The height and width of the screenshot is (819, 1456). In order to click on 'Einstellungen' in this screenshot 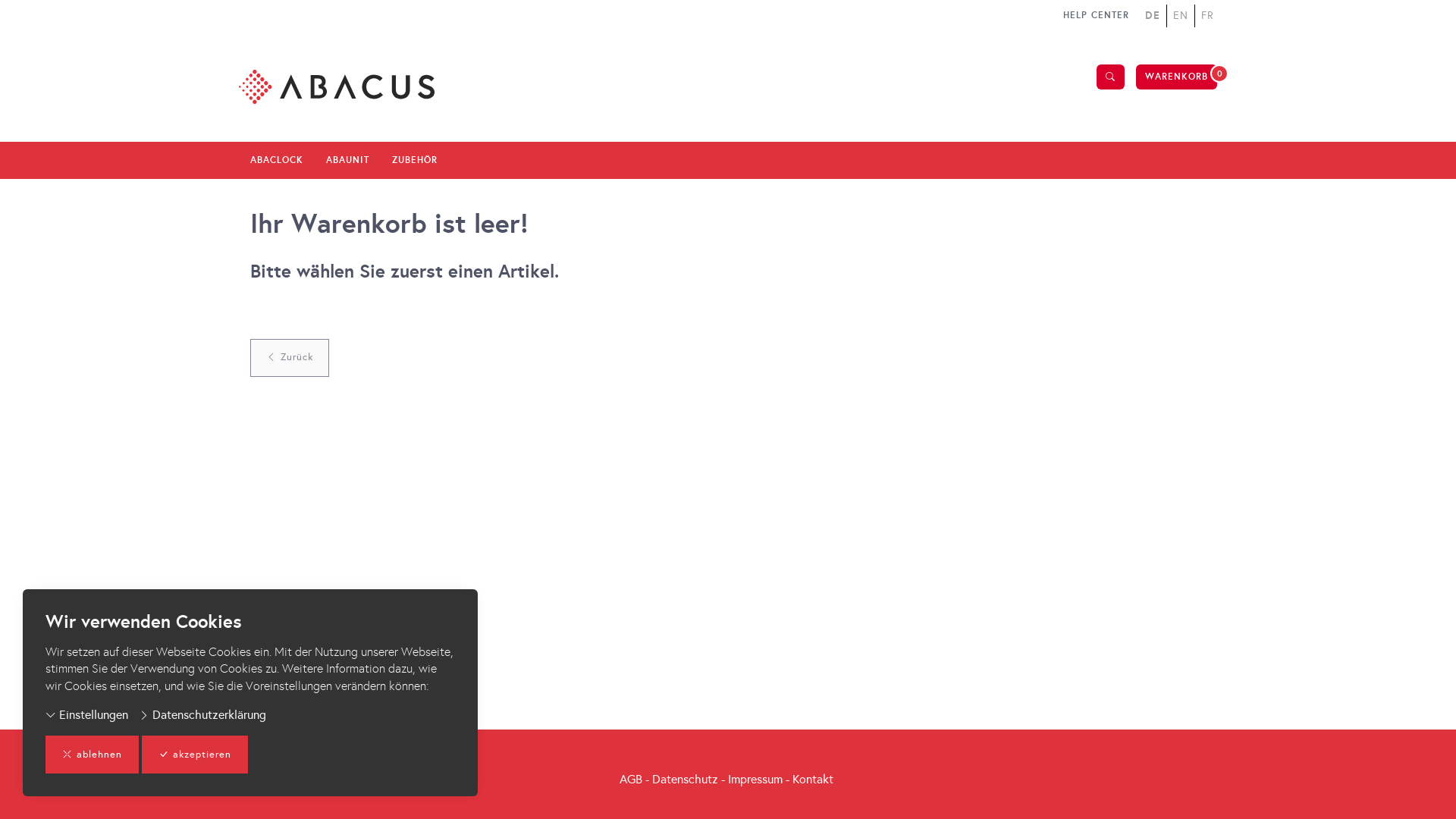, I will do `click(86, 715)`.